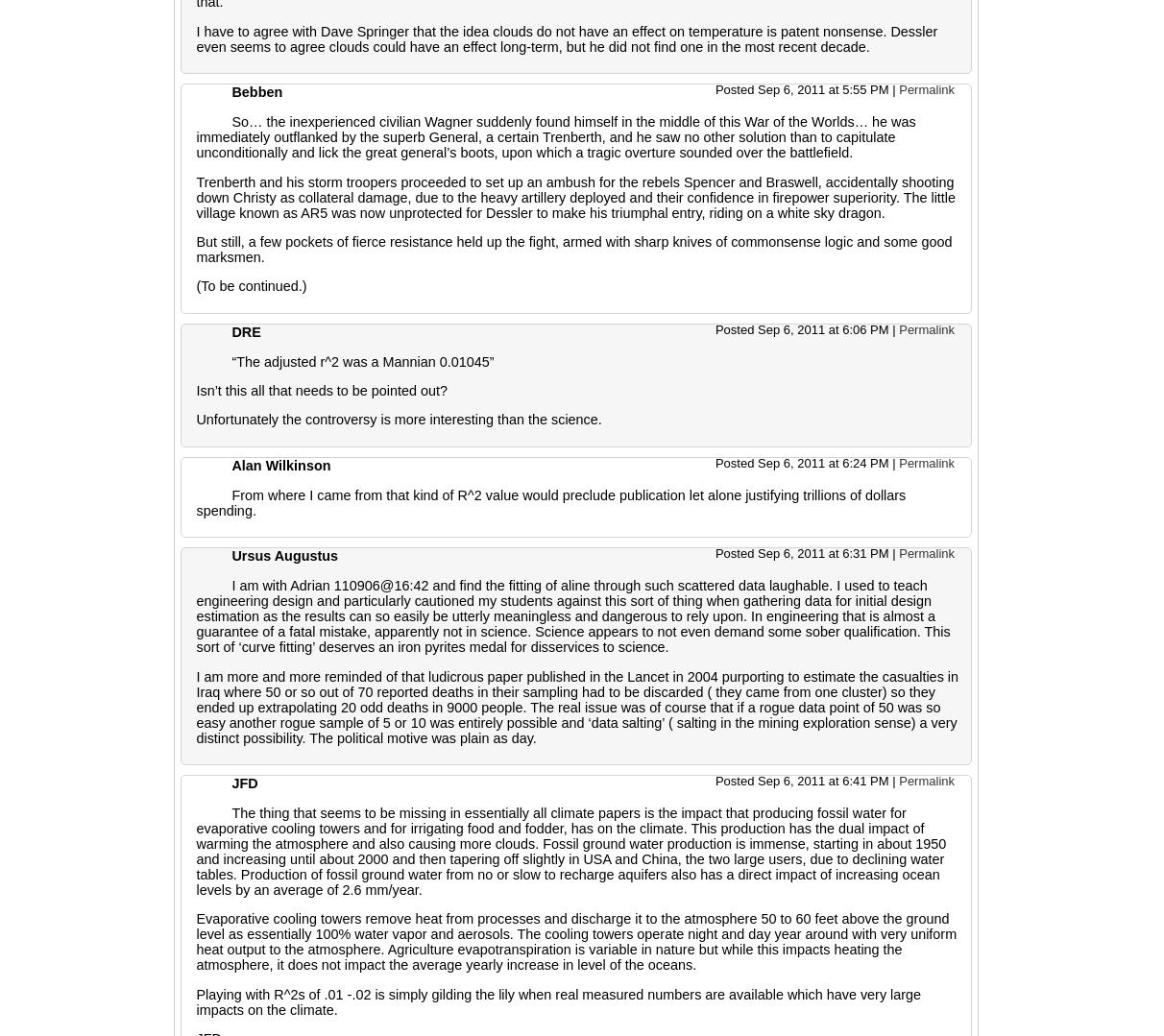  What do you see at coordinates (572, 615) in the screenshot?
I see `'I am with Adrian 110906@16:42 and find the fitting of aline through such scattered data laughable. I used to teach engineering design and particularly cautioned my students against this sort of thing when gathering data for initial design estimation as the results can so easily be utterly meaningless and dangerous to rely upon. In engineering that is almost a guarantee of a fatal mistake, apparently not in science. Science appears to not even demand some sober qualification. This sort of ‘curve fitting’ deserves an iron pyrites medal for disservices to science.'` at bounding box center [572, 615].